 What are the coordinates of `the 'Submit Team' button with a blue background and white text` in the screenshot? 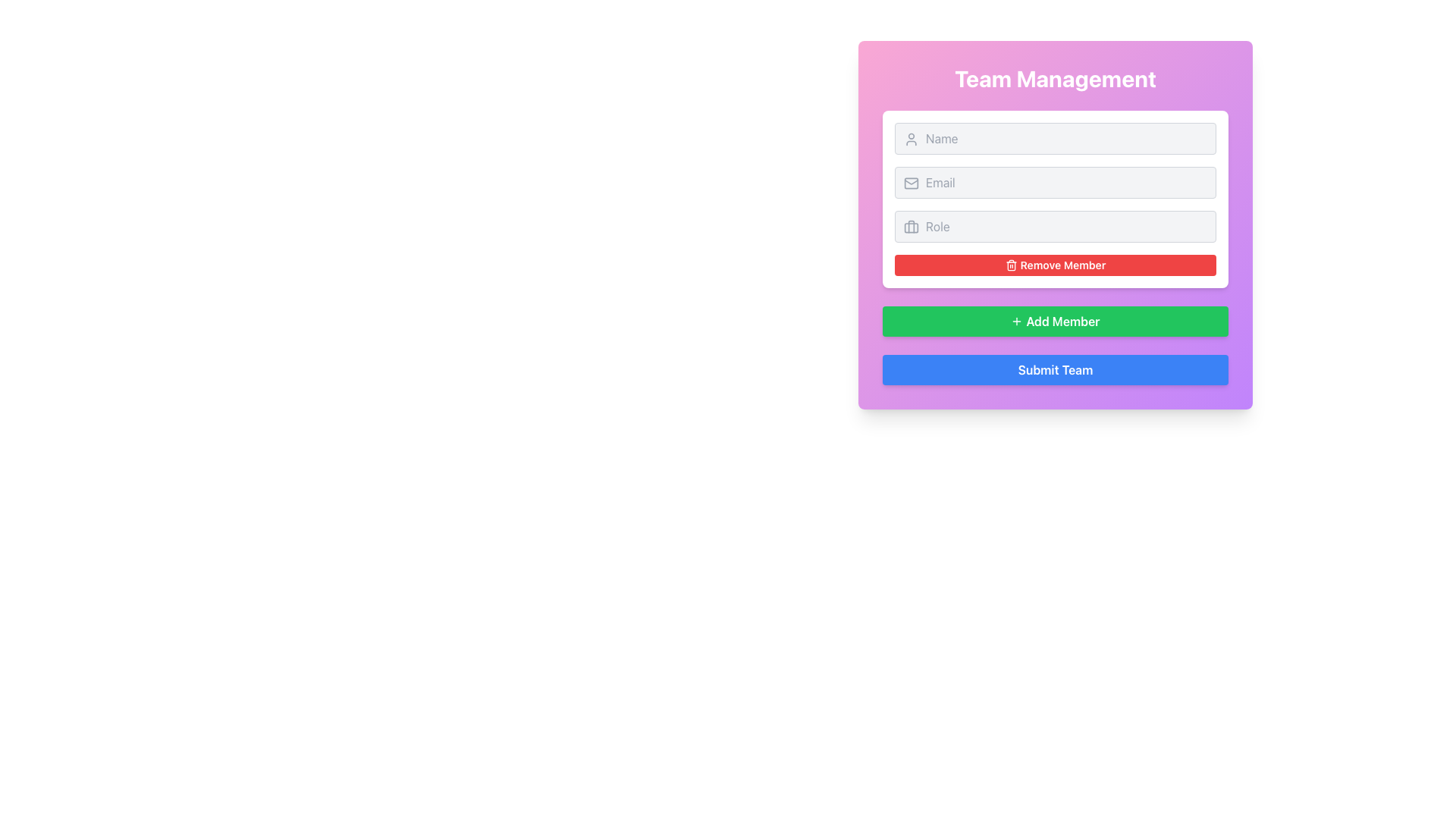 It's located at (1055, 370).